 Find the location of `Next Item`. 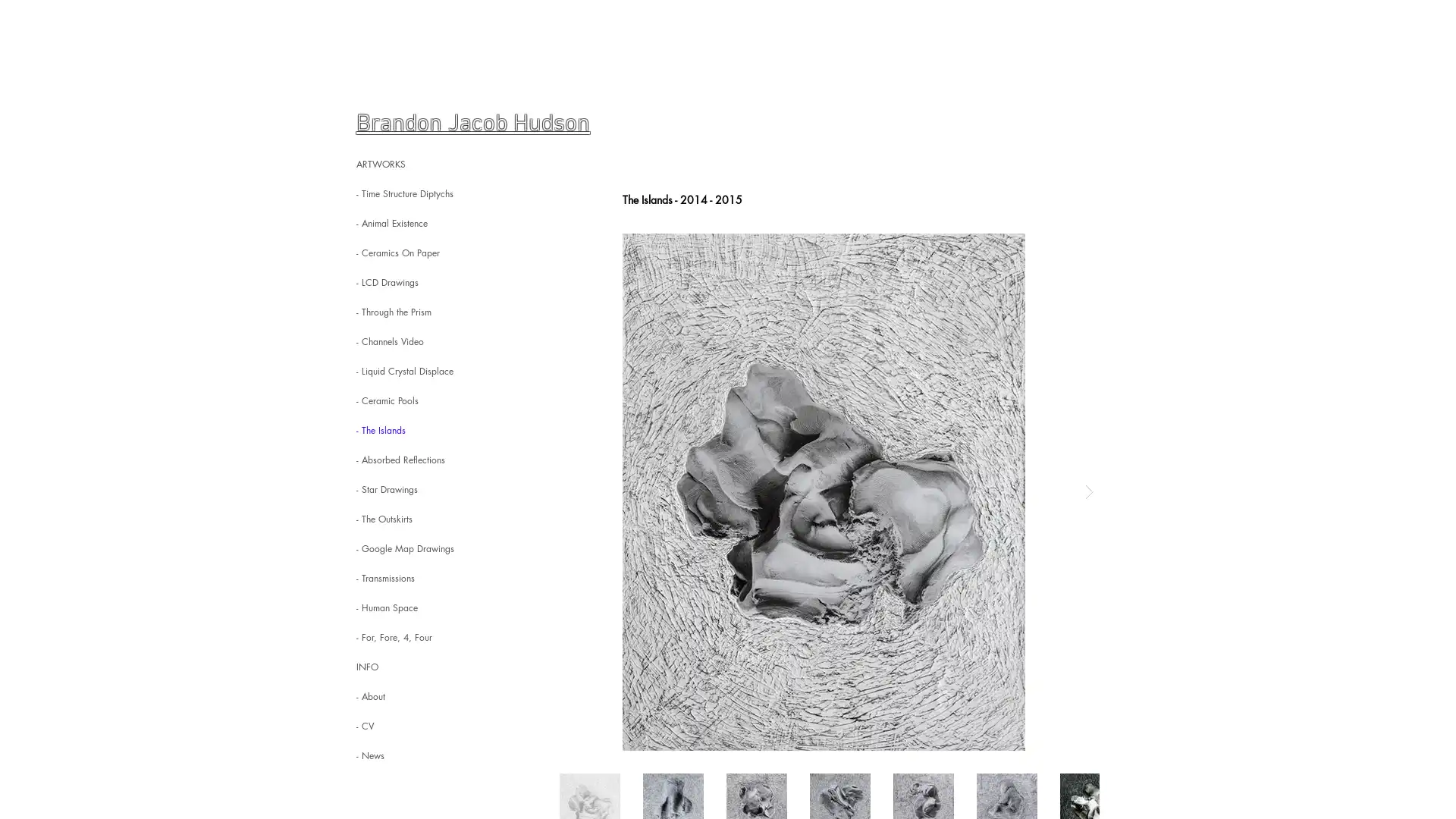

Next Item is located at coordinates (1087, 491).